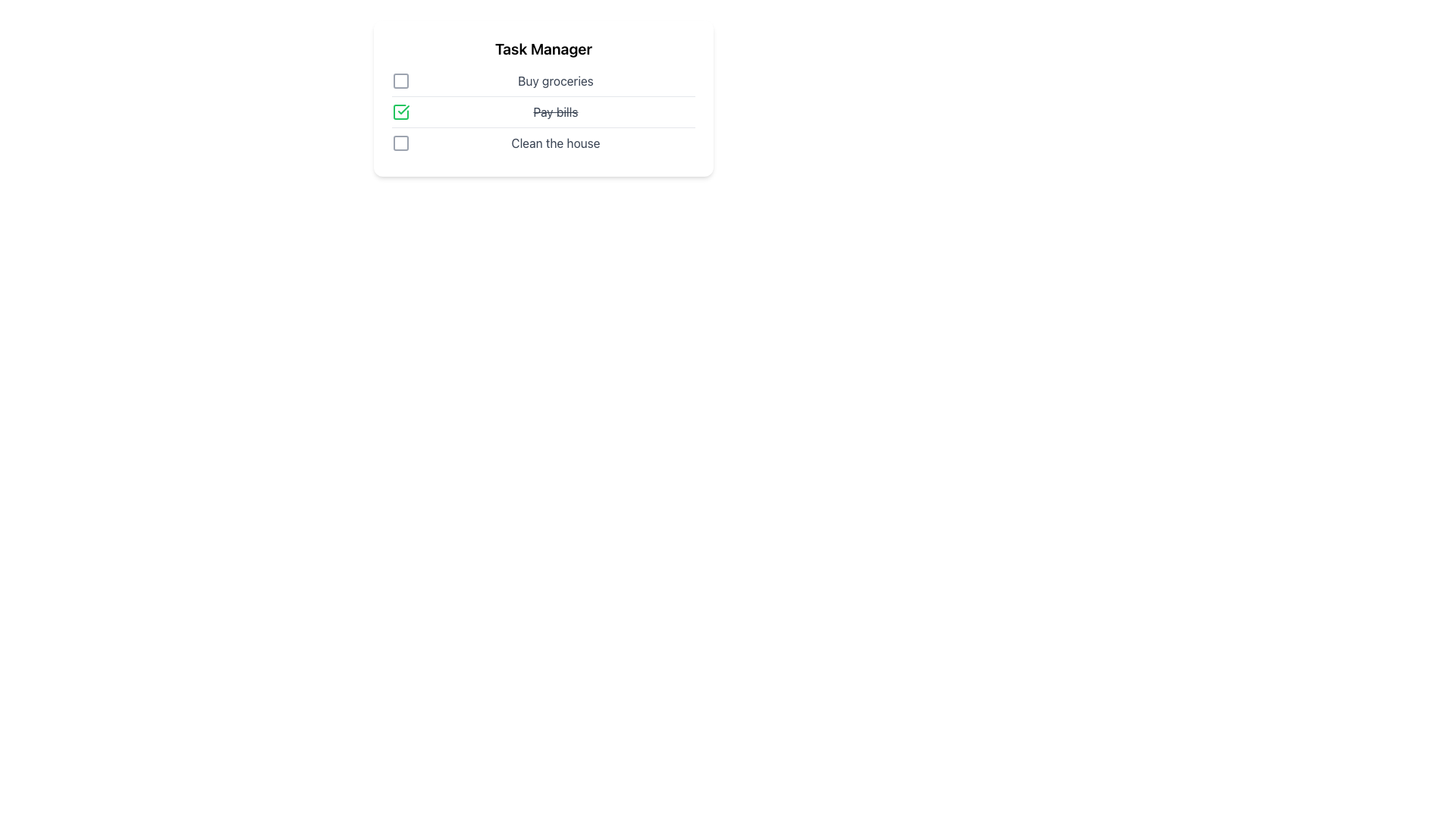  What do you see at coordinates (400, 81) in the screenshot?
I see `the interactive button located to the left of the 'Buy groceries' text in the vertical task list` at bounding box center [400, 81].